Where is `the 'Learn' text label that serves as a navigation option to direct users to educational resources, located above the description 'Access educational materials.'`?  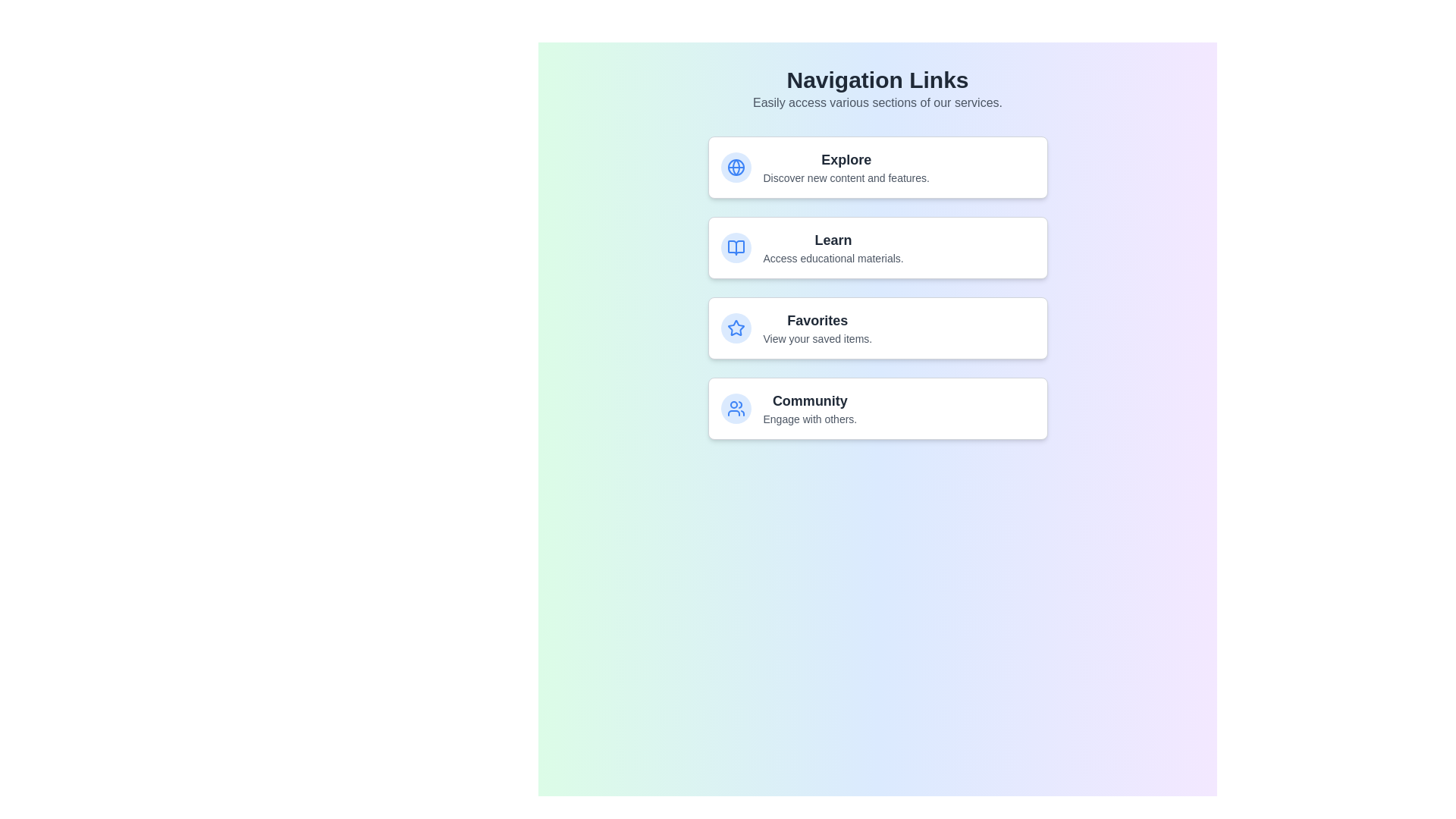
the 'Learn' text label that serves as a navigation option to direct users to educational resources, located above the description 'Access educational materials.' is located at coordinates (833, 239).